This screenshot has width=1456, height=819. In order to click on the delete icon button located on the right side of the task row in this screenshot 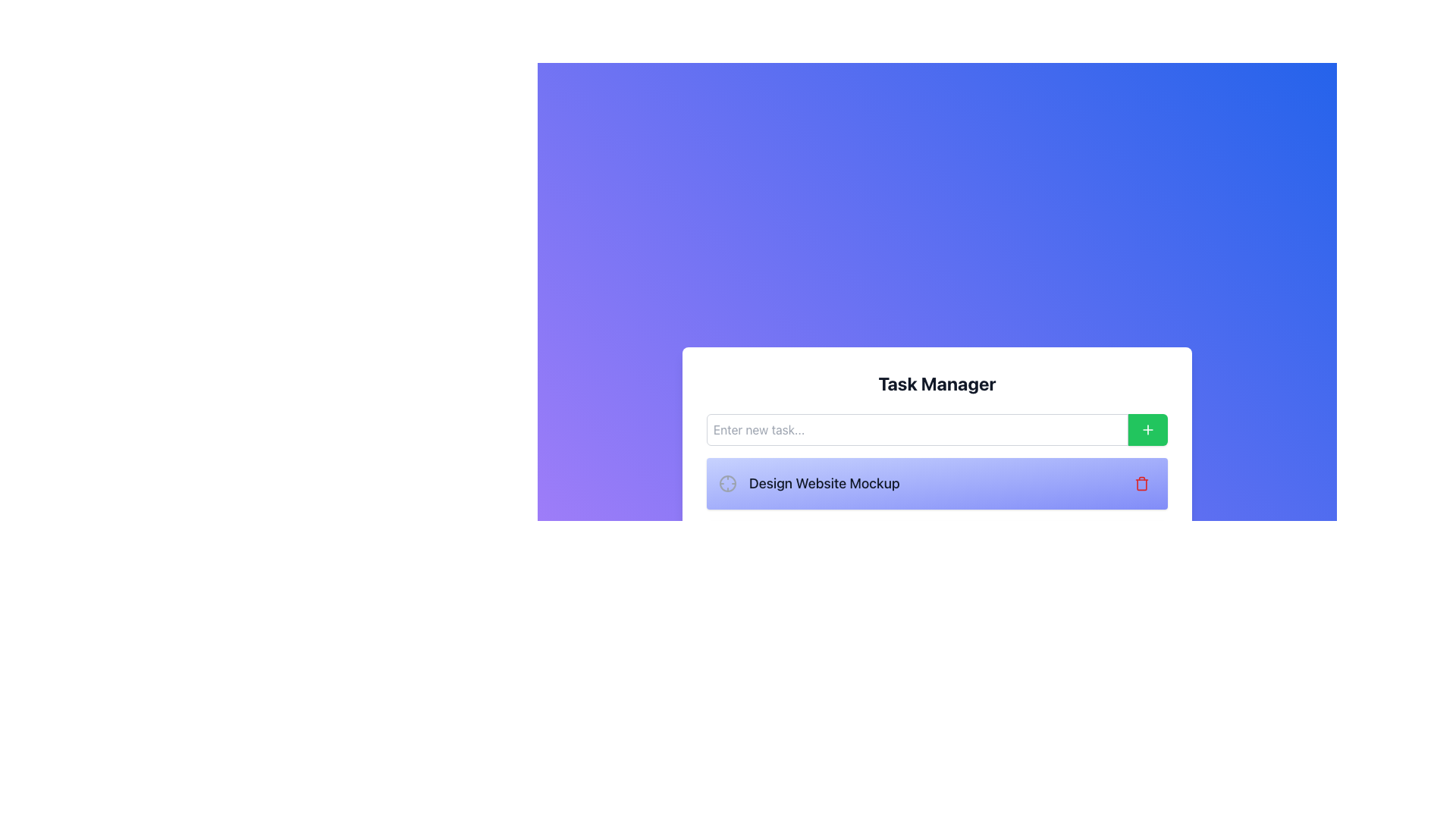, I will do `click(1142, 483)`.